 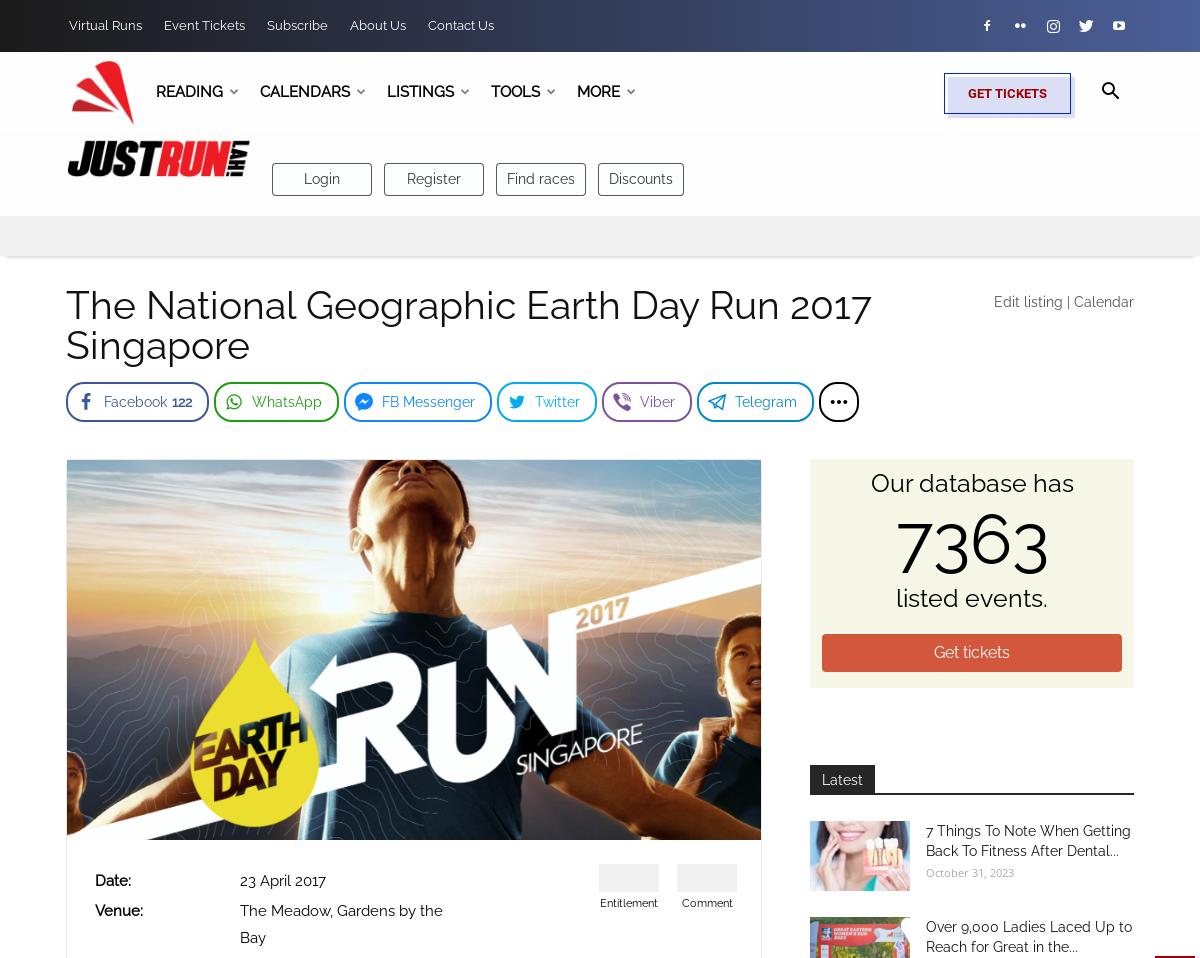 What do you see at coordinates (1073, 301) in the screenshot?
I see `'Calendar'` at bounding box center [1073, 301].